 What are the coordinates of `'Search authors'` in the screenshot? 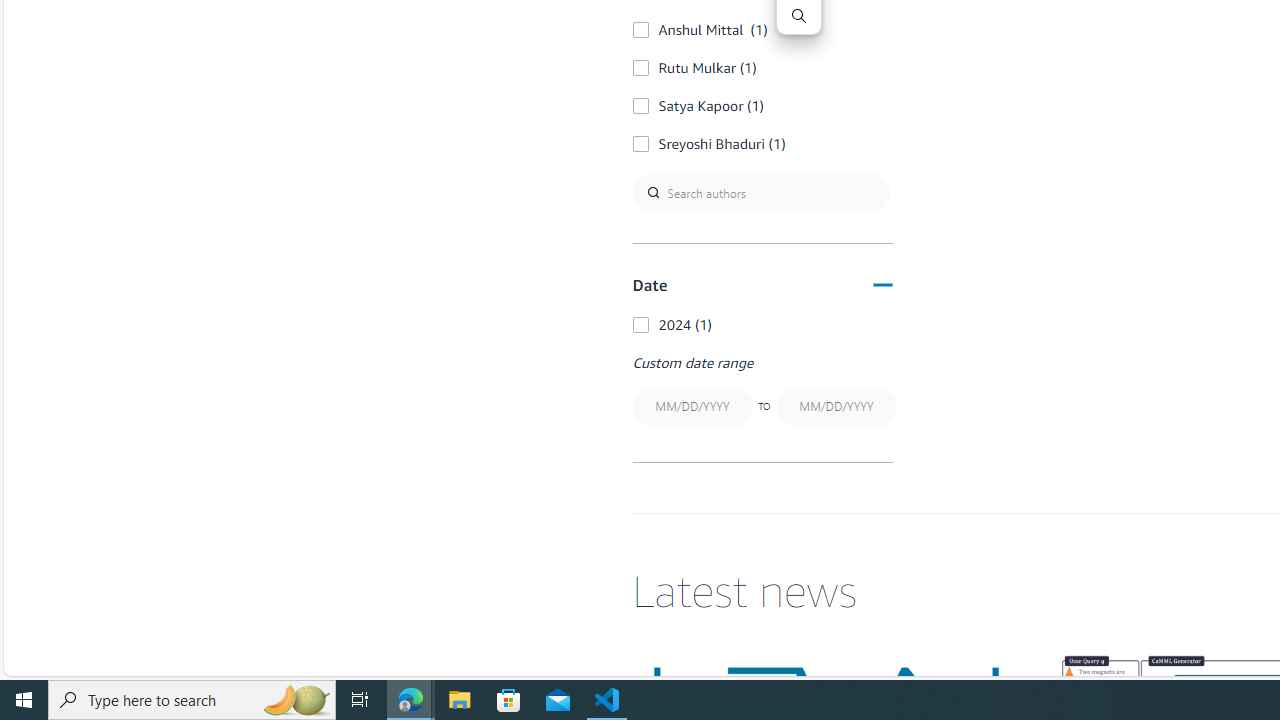 It's located at (759, 192).